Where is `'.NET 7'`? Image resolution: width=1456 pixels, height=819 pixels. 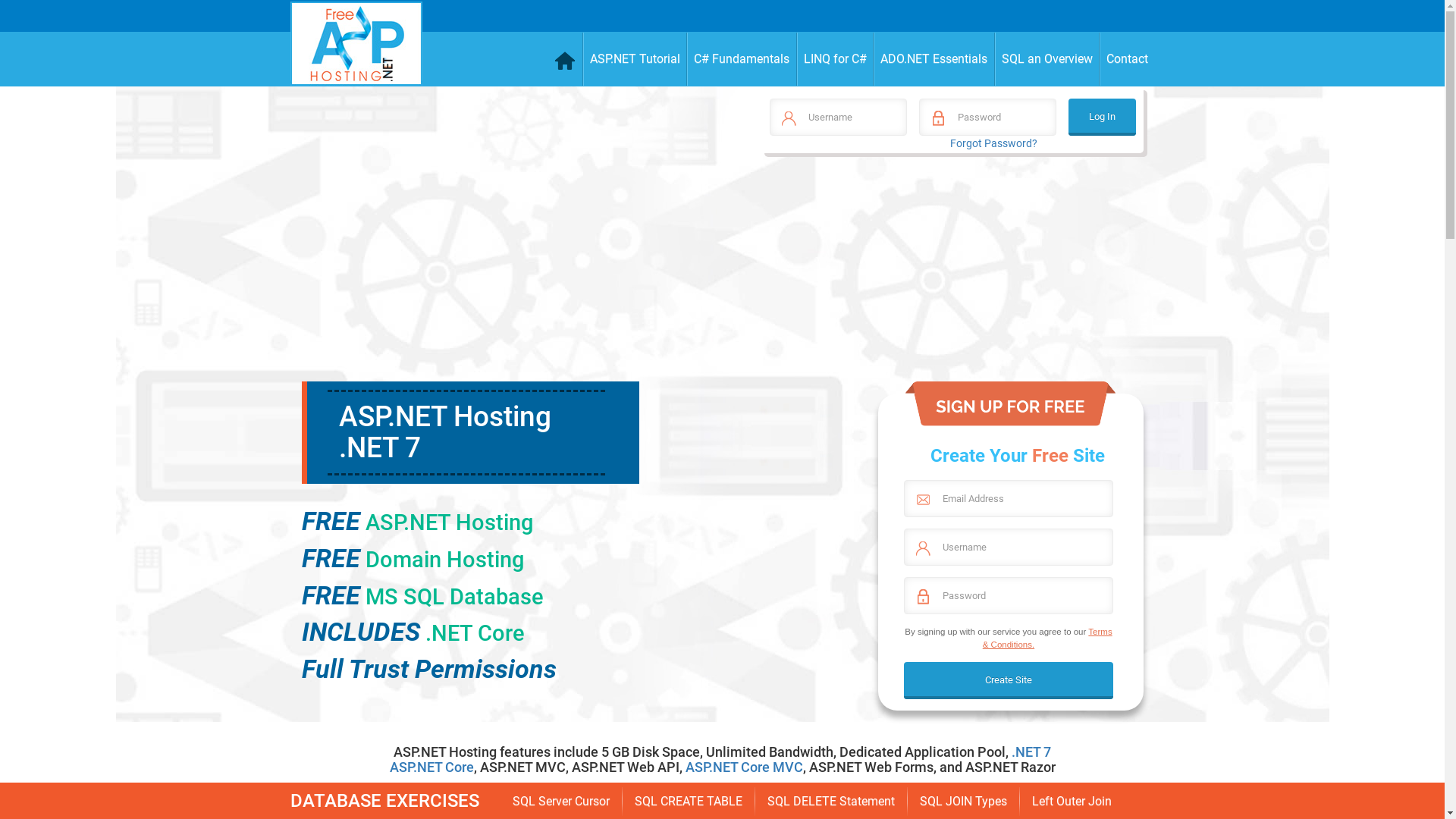
'.NET 7' is located at coordinates (1031, 752).